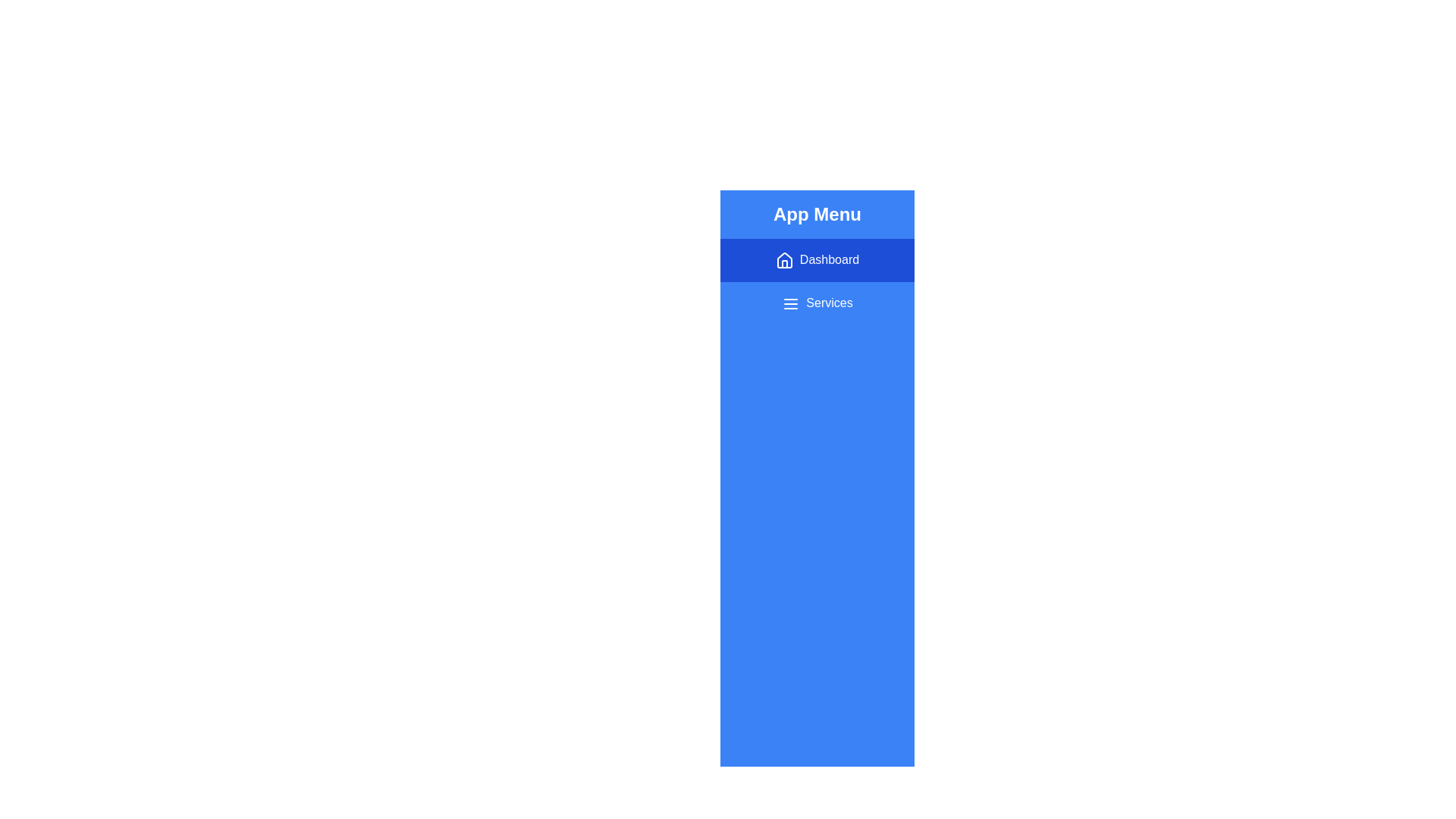 The height and width of the screenshot is (819, 1456). What do you see at coordinates (783, 259) in the screenshot?
I see `the house-shaped icon located slightly to the left of the 'Dashboard' label in the menu section` at bounding box center [783, 259].